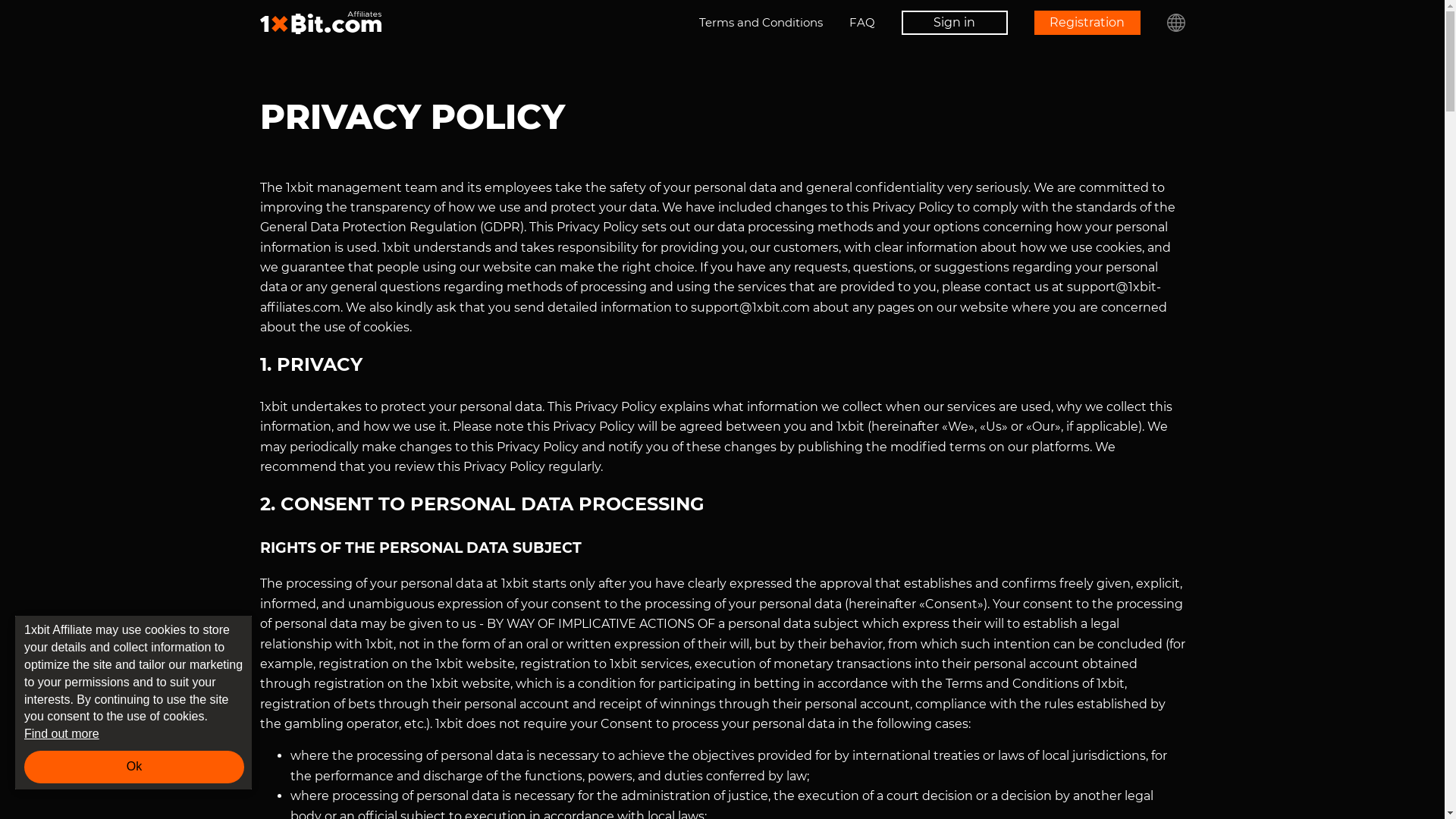 This screenshot has height=819, width=1456. What do you see at coordinates (761, 23) in the screenshot?
I see `'Terms and Conditions'` at bounding box center [761, 23].